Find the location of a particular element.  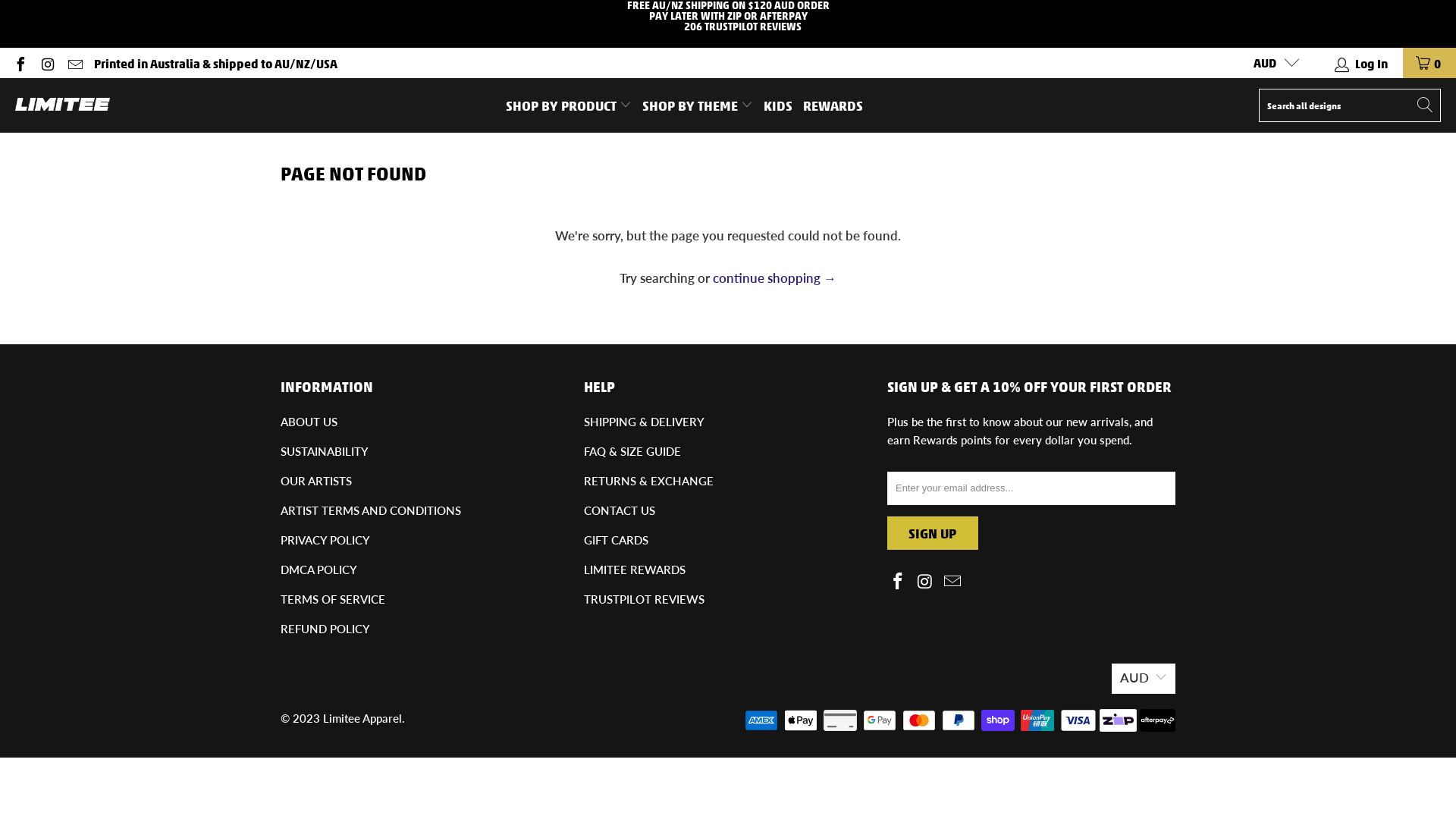

'SHIPPING & DELIVERY' is located at coordinates (582, 421).